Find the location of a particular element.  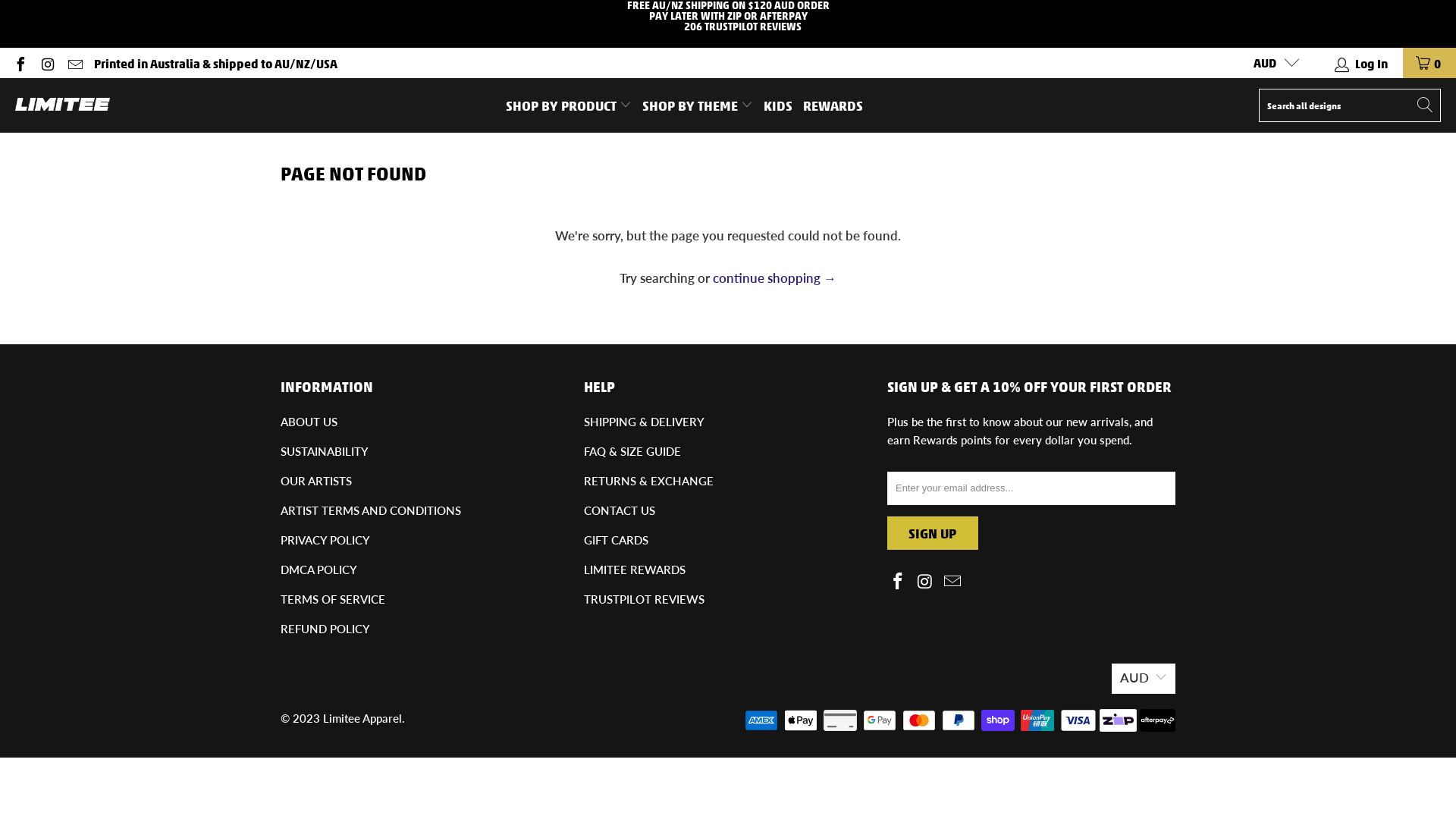

'SHIPPING & DELIVERY' is located at coordinates (582, 421).